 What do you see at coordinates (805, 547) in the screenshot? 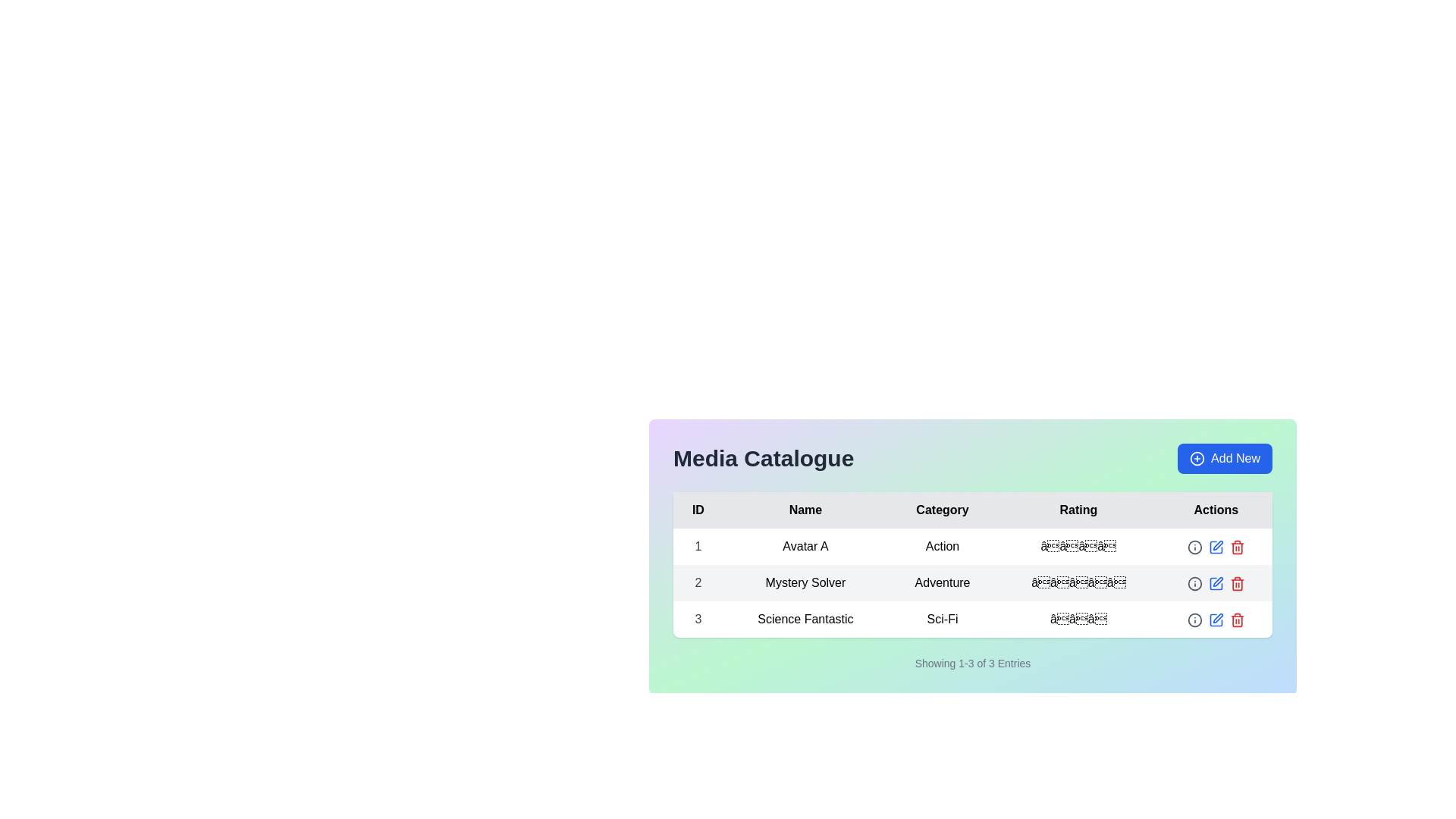
I see `text content of the Text Label displaying the name of the first entry in the table, located in the 'Name' column adjacent to '1' in the 'ID' column and 'Action' in the 'Category' column` at bounding box center [805, 547].